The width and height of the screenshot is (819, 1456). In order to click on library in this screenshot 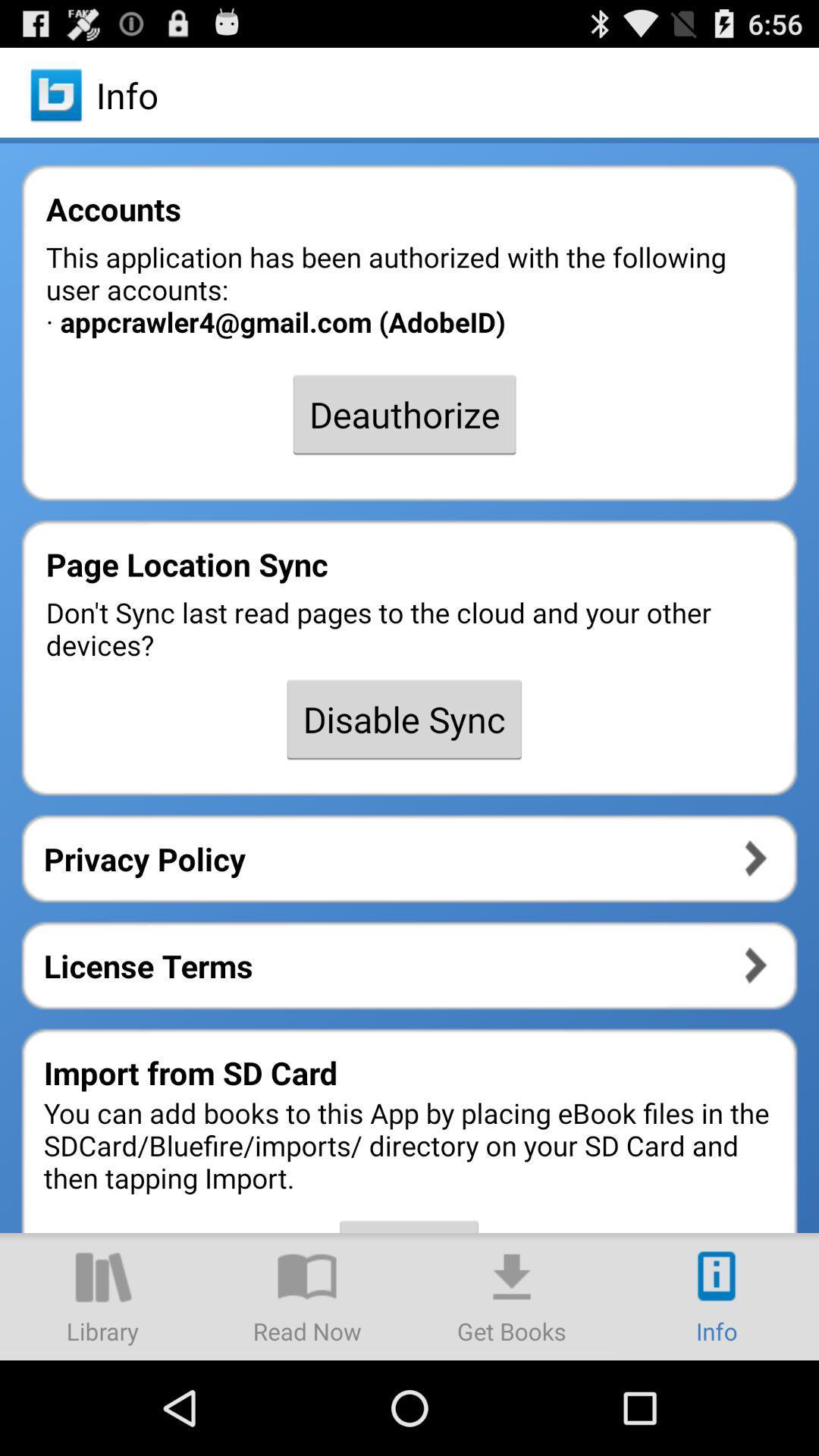, I will do `click(102, 1295)`.